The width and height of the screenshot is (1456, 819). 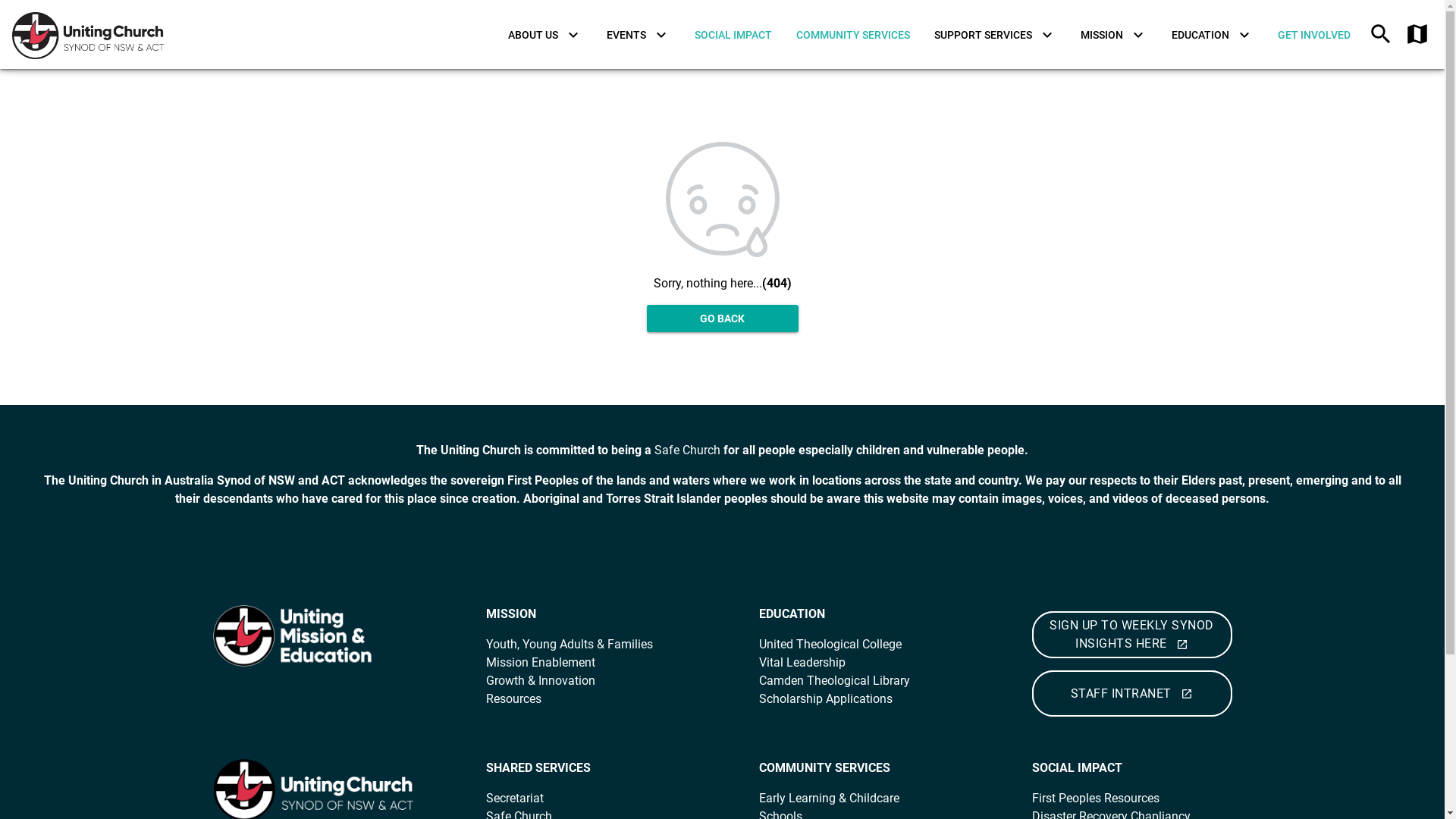 What do you see at coordinates (824, 698) in the screenshot?
I see `'Scholarship Applications'` at bounding box center [824, 698].